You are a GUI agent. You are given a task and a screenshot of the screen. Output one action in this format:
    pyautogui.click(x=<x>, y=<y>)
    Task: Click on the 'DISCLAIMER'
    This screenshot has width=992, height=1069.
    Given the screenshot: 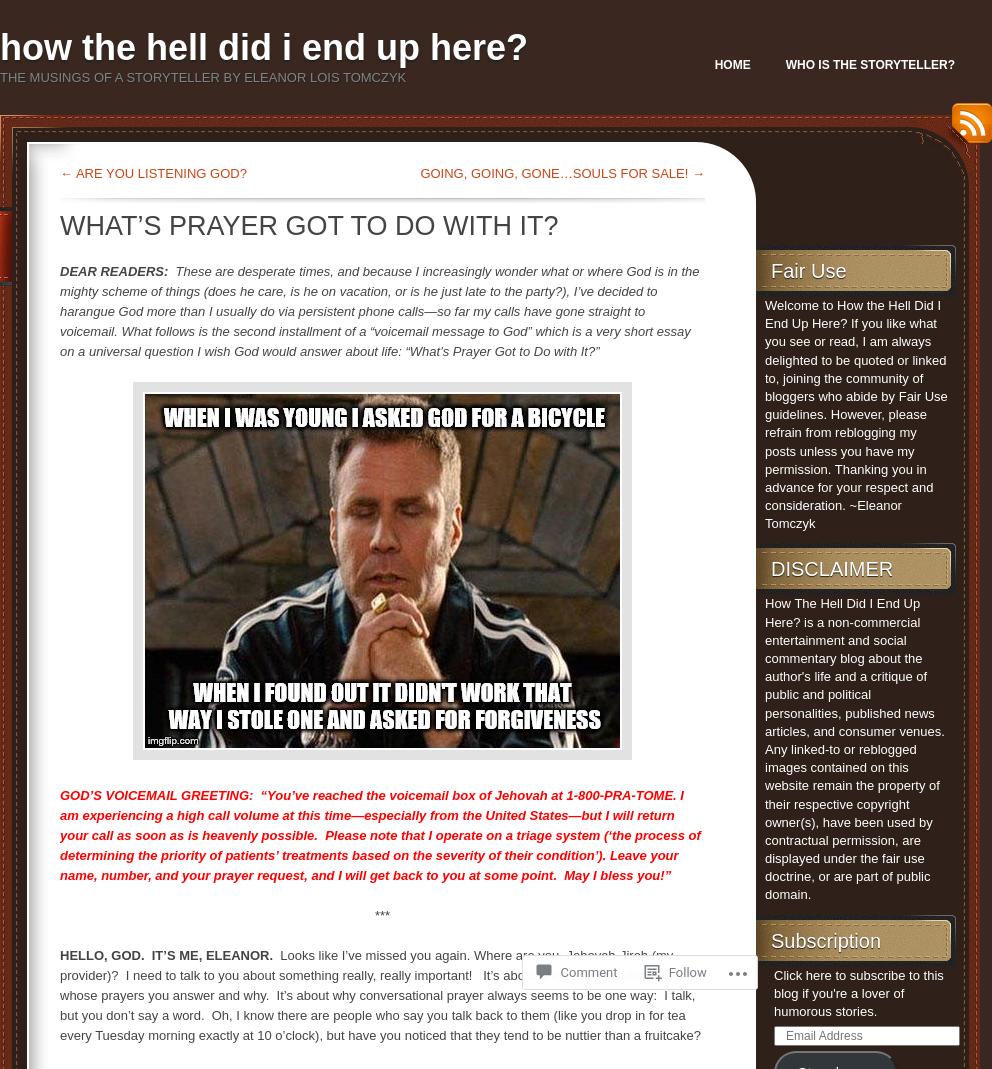 What is the action you would take?
    pyautogui.click(x=769, y=569)
    